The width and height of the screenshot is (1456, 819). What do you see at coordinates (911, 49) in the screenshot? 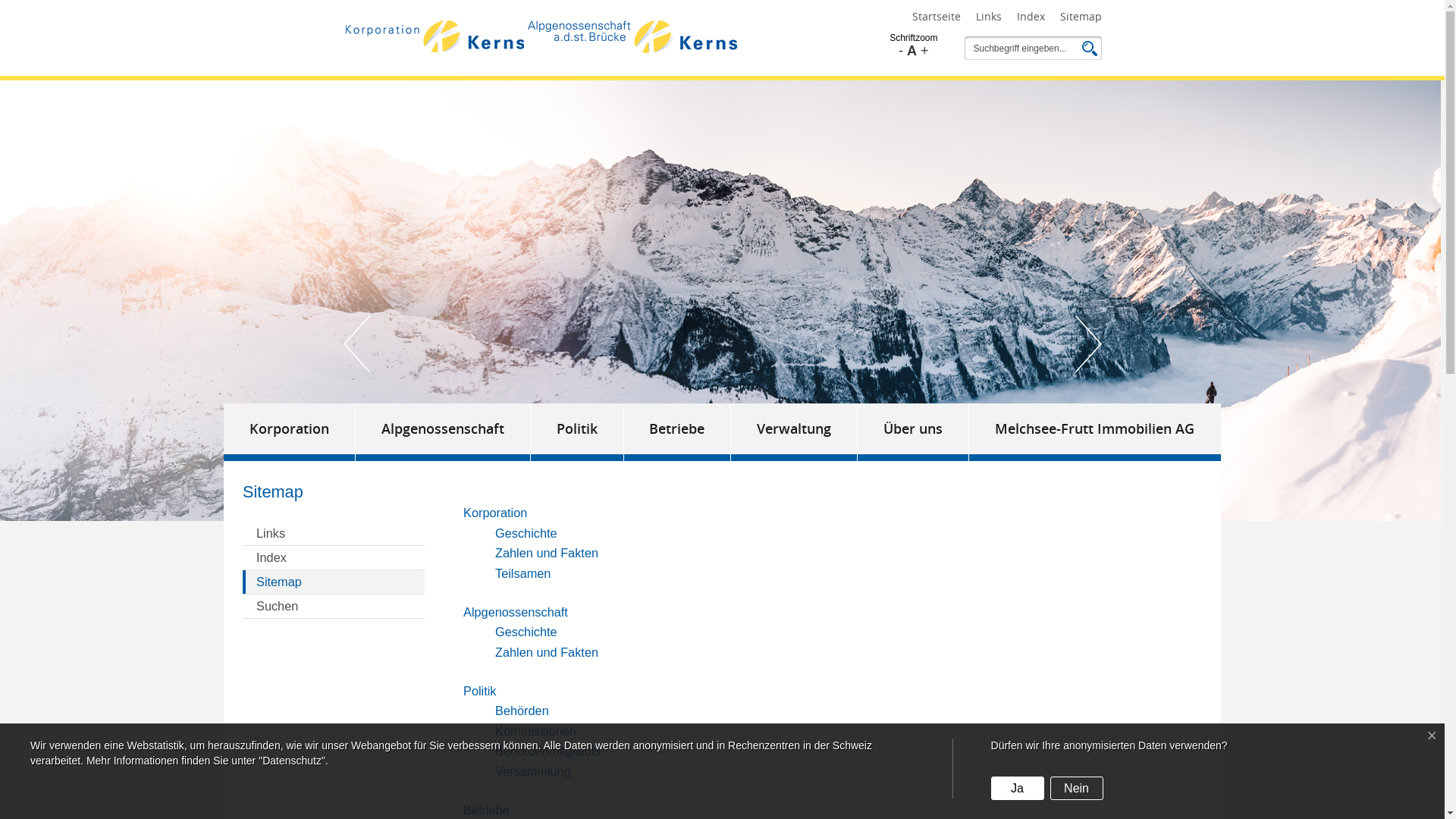
I see `'A'` at bounding box center [911, 49].